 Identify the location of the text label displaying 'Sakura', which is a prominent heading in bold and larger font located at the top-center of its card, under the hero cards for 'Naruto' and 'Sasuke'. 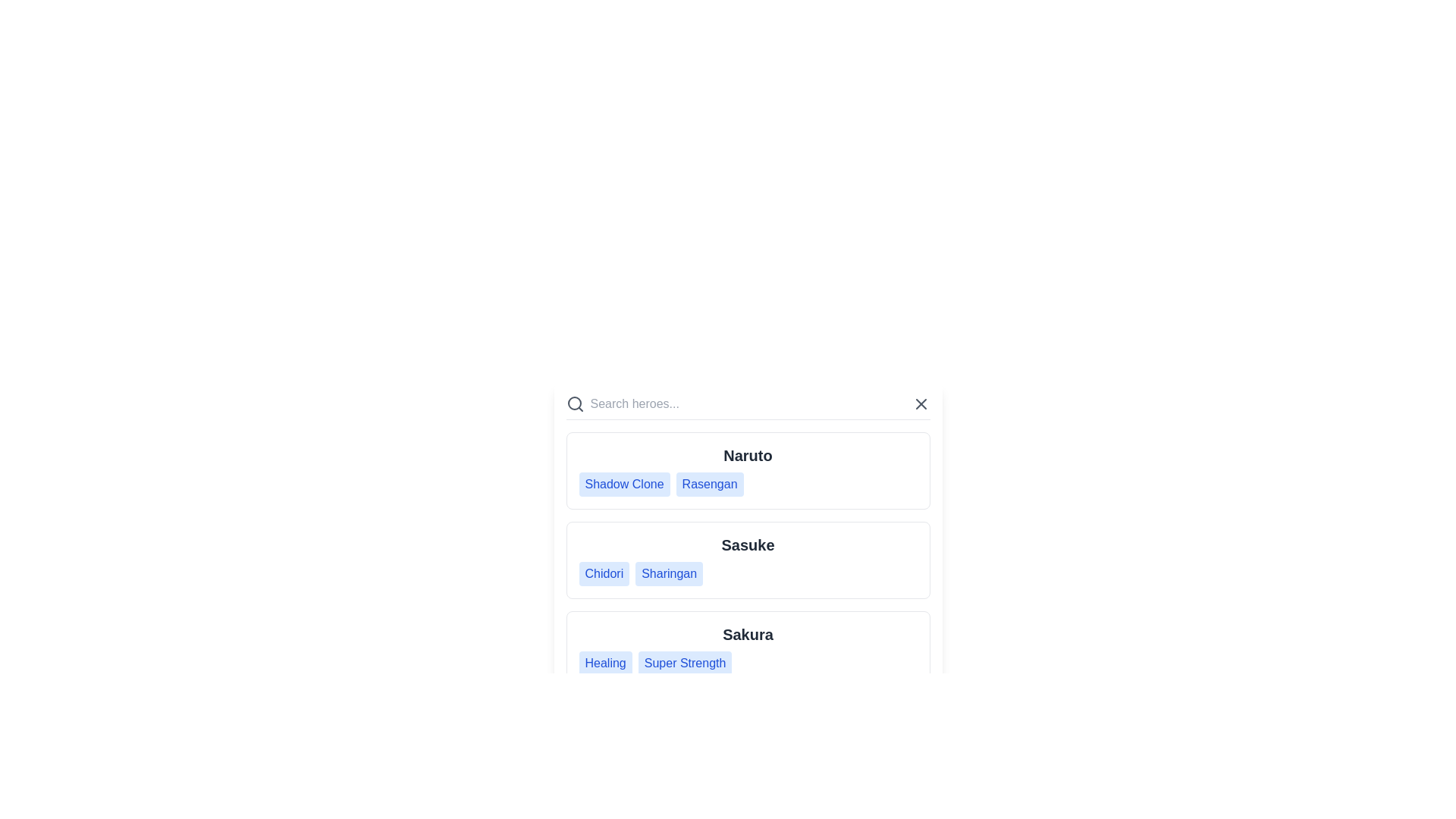
(748, 635).